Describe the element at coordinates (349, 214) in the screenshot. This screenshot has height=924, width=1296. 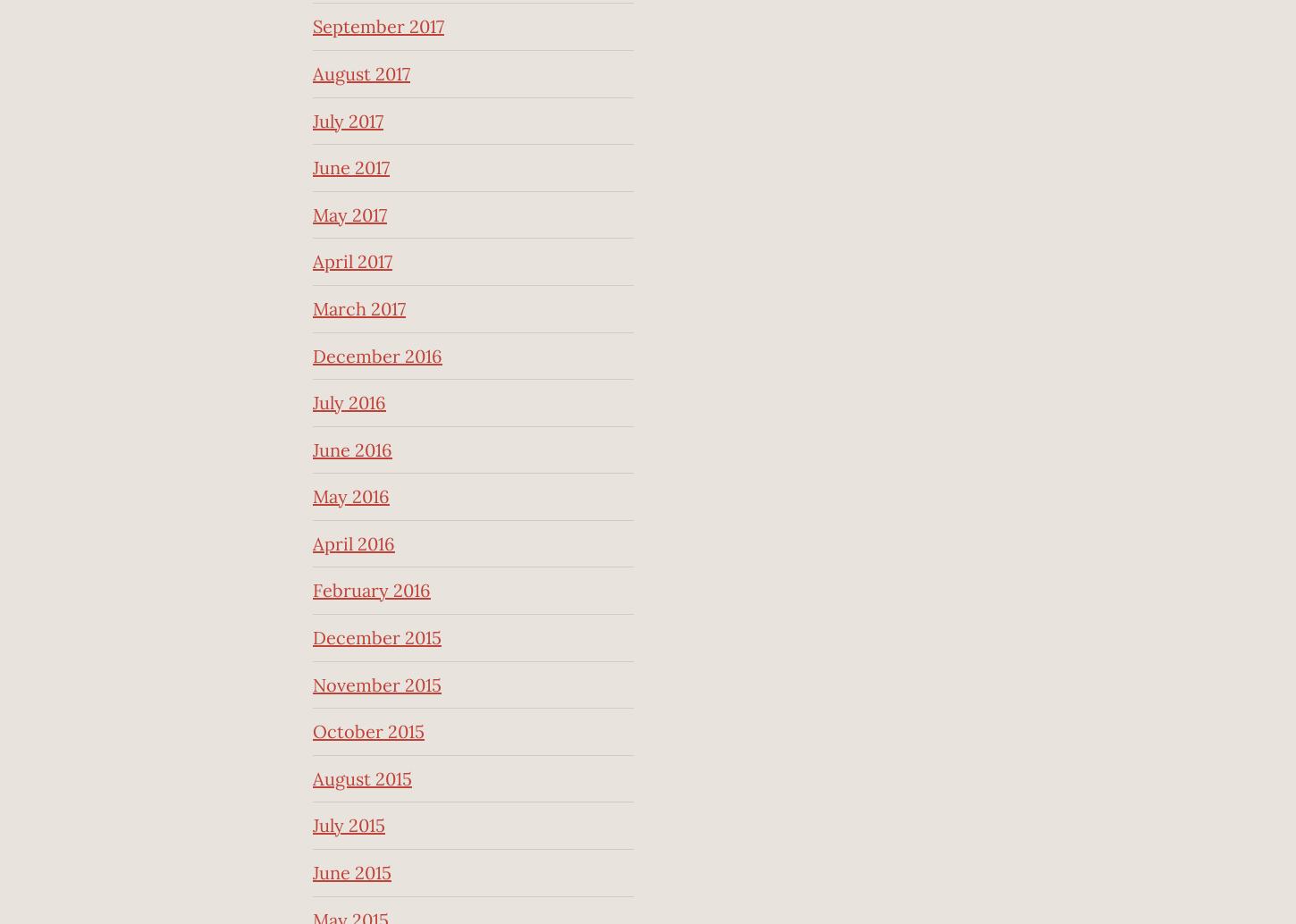
I see `'May 2017'` at that location.